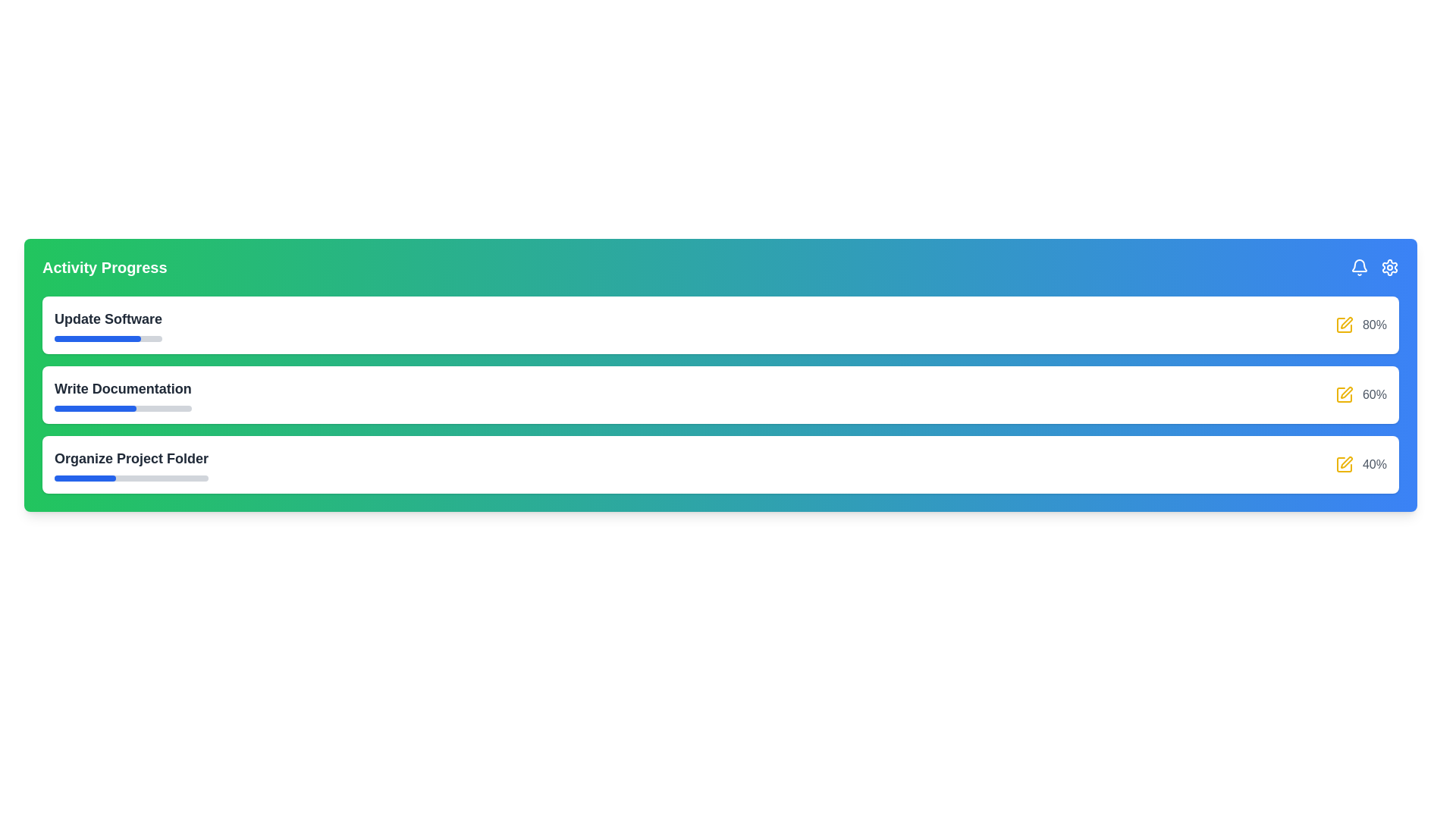  I want to click on the bell-shaped notification icon, which is the first icon in a row of controls on the top-right corner of the blue header bar, so click(1360, 267).